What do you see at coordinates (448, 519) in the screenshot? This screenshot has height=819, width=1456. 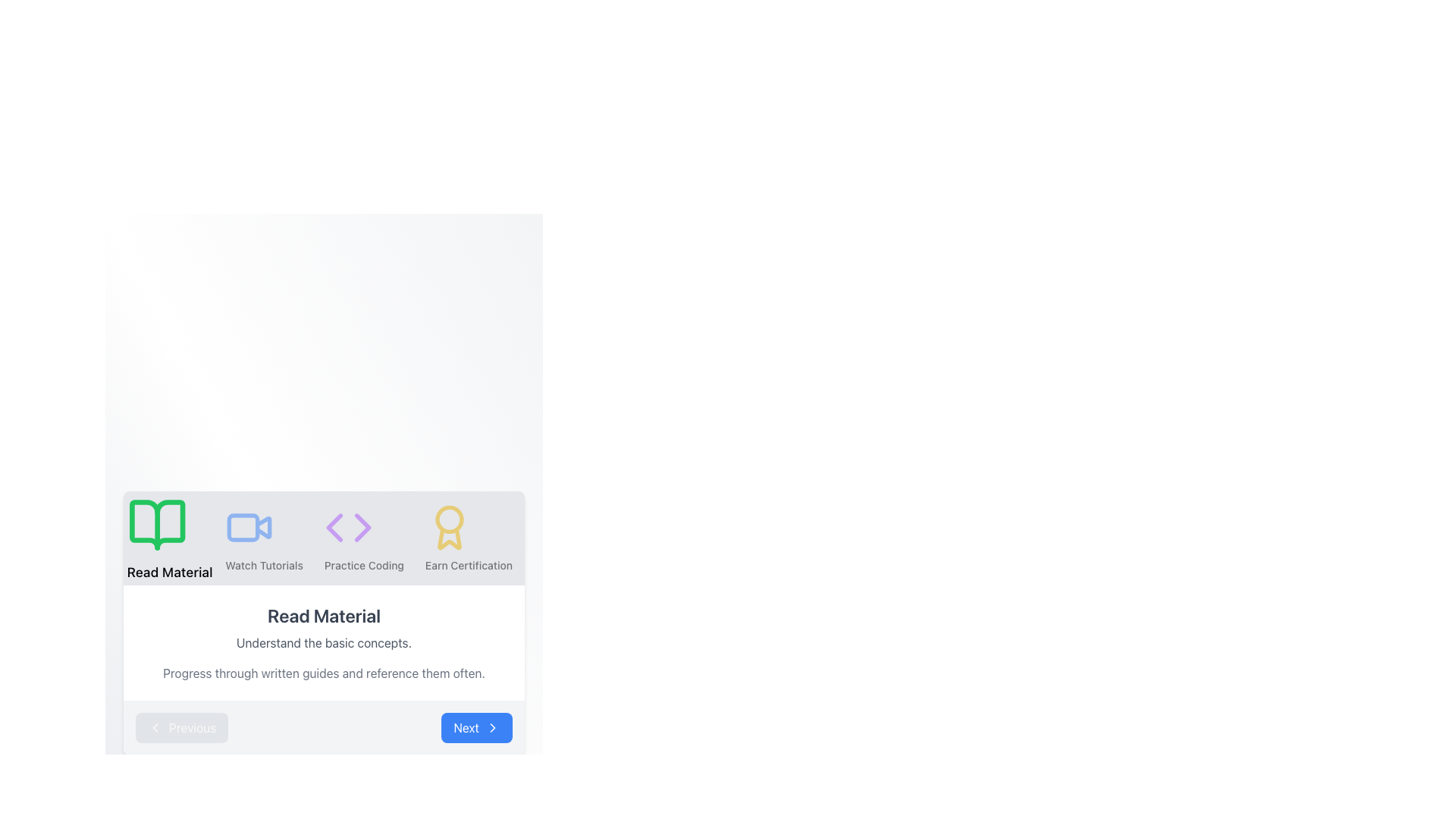 I see `the central circle of the award icon, which is located to the far right in the horizontal navigation row, adjacent to the 'Earn Certification' label` at bounding box center [448, 519].